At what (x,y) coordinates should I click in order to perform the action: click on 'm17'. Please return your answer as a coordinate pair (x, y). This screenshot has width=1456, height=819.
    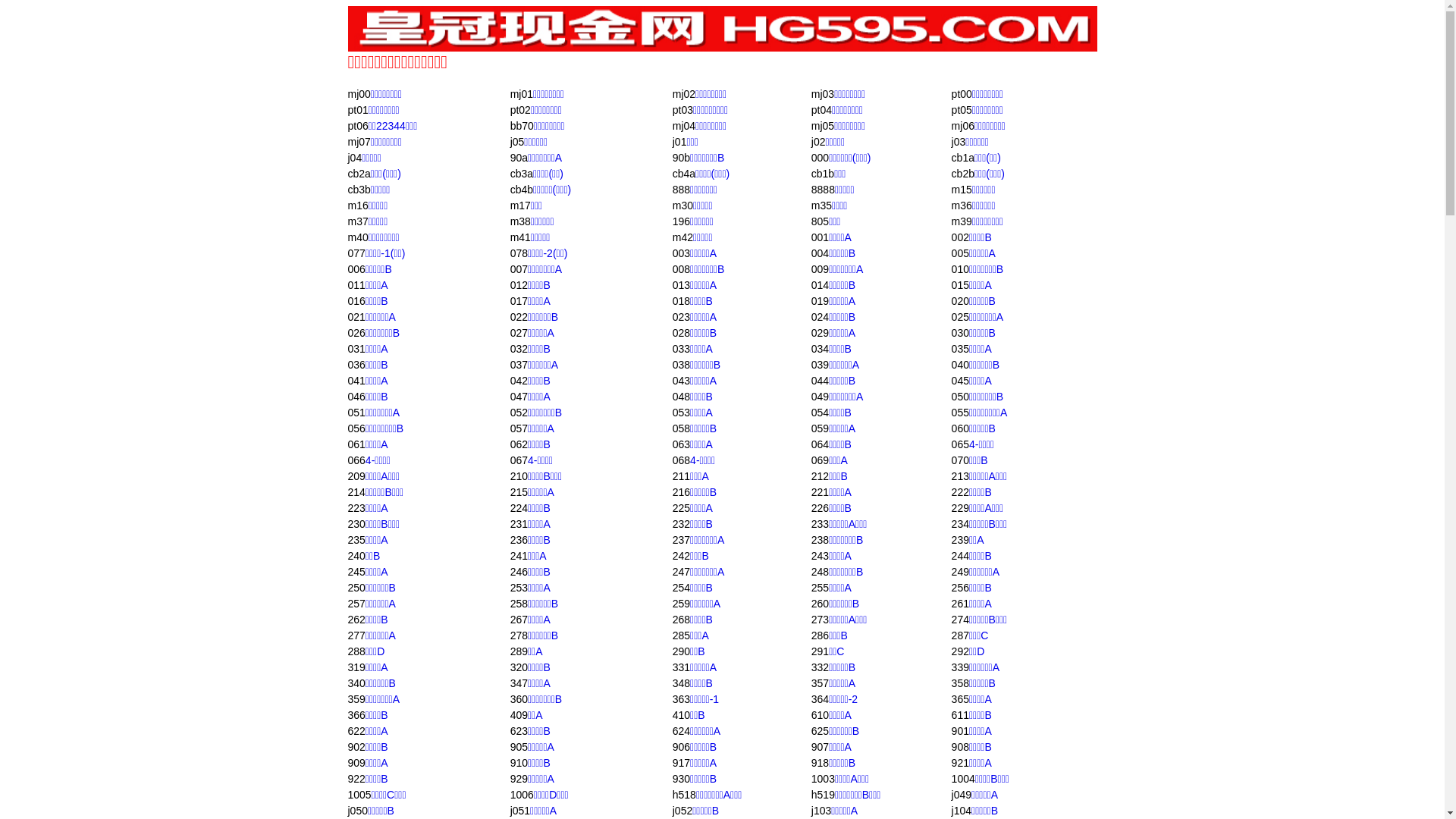
    Looking at the image, I should click on (520, 205).